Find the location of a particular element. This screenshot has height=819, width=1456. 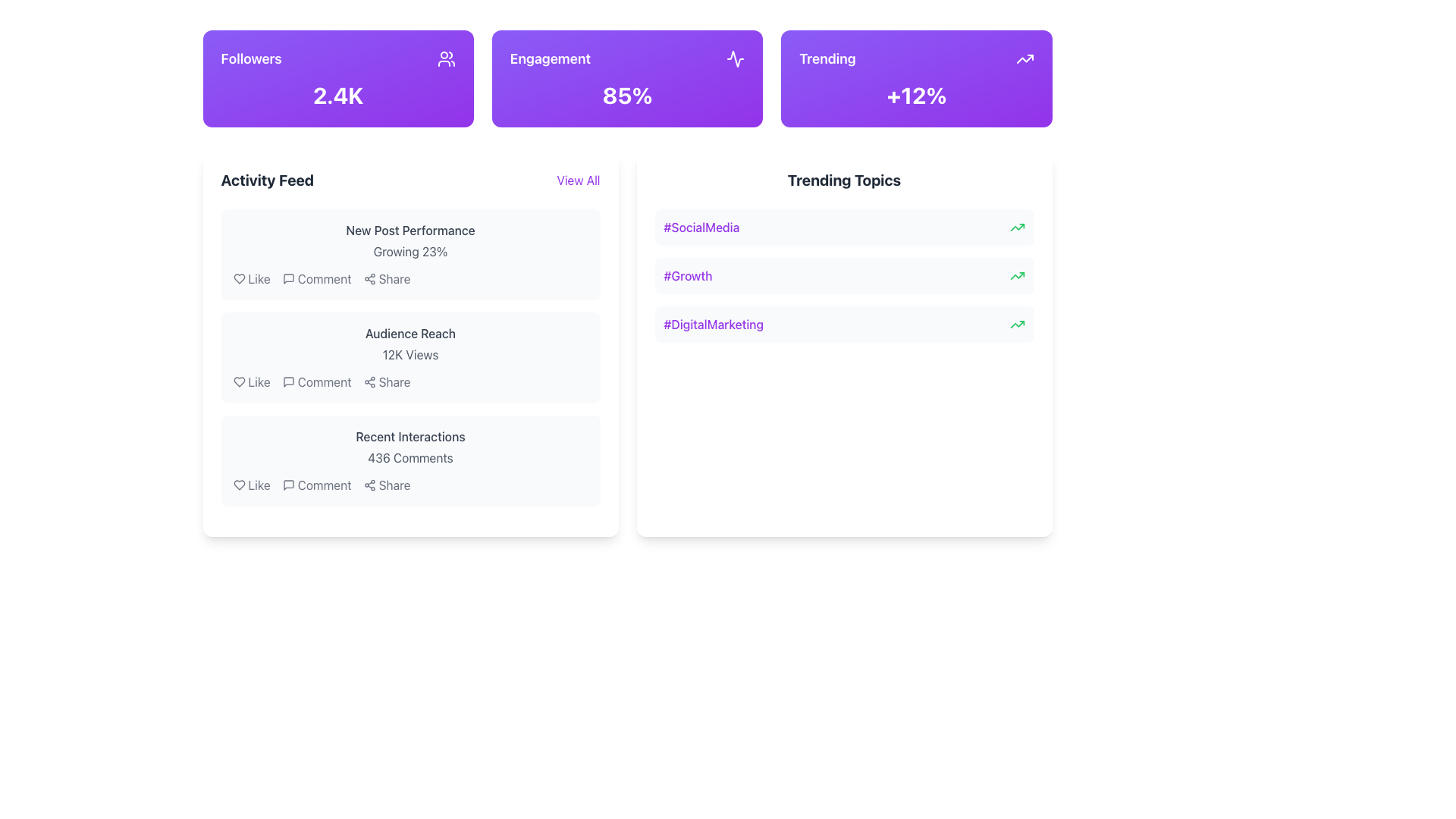

the message square or chat bubble icon in the Activity Feed section, located next to the 'Comment' label for the 'Audience Reach' post is located at coordinates (288, 381).